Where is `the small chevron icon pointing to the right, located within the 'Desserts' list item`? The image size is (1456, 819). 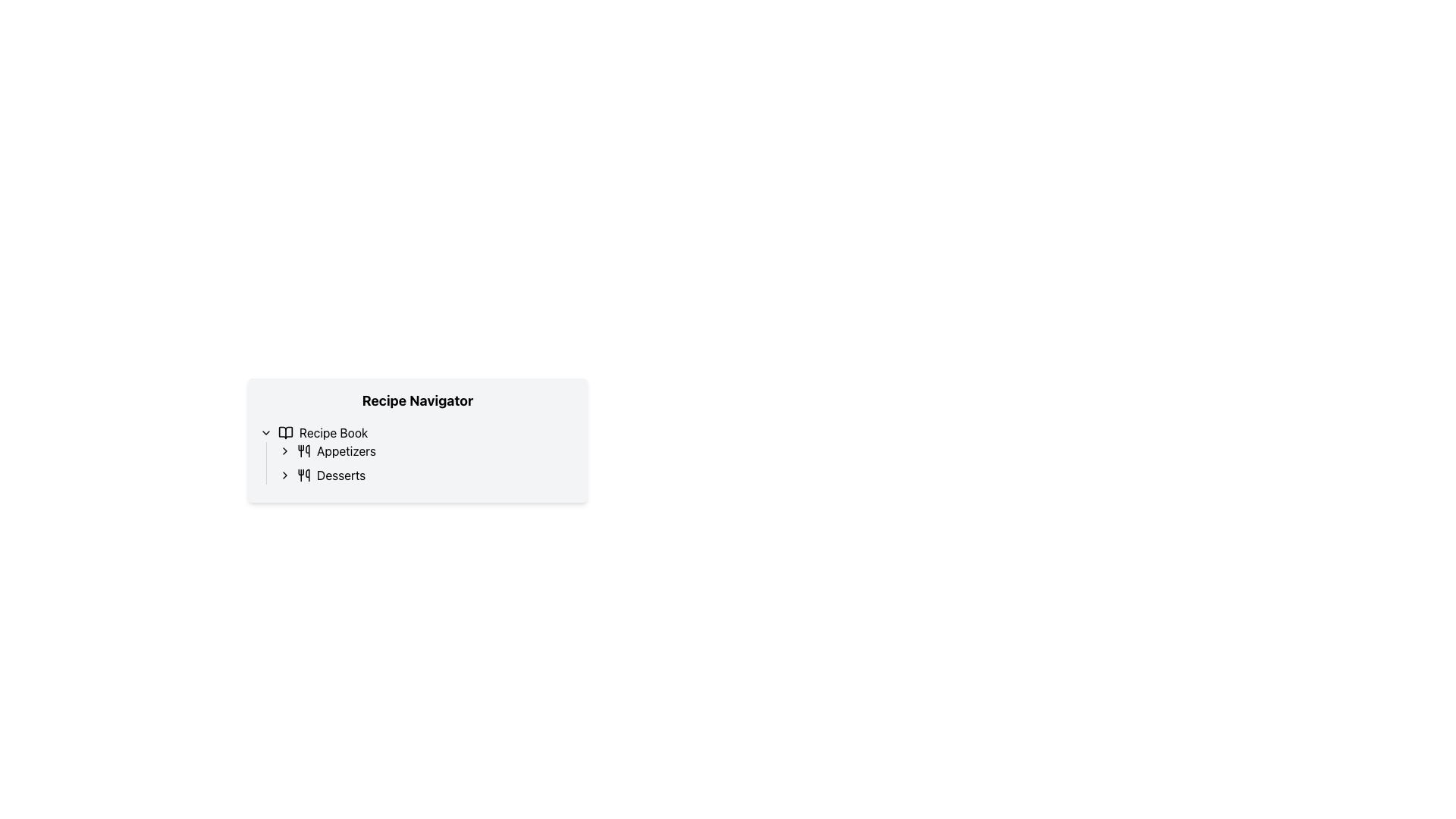
the small chevron icon pointing to the right, located within the 'Desserts' list item is located at coordinates (284, 475).